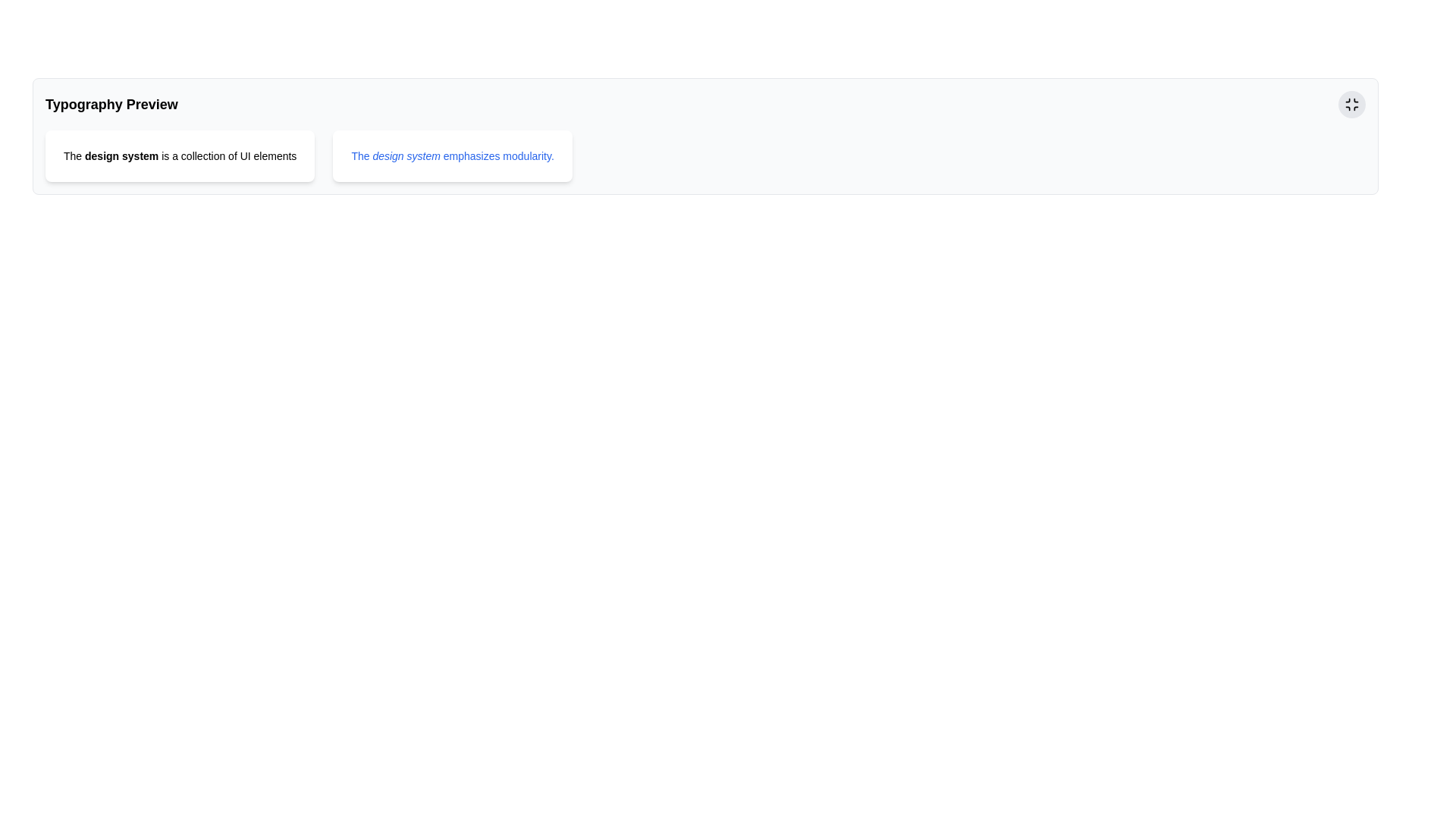 Image resolution: width=1456 pixels, height=819 pixels. What do you see at coordinates (180, 155) in the screenshot?
I see `the first text line within the white background card that displays a textual description about the design system` at bounding box center [180, 155].